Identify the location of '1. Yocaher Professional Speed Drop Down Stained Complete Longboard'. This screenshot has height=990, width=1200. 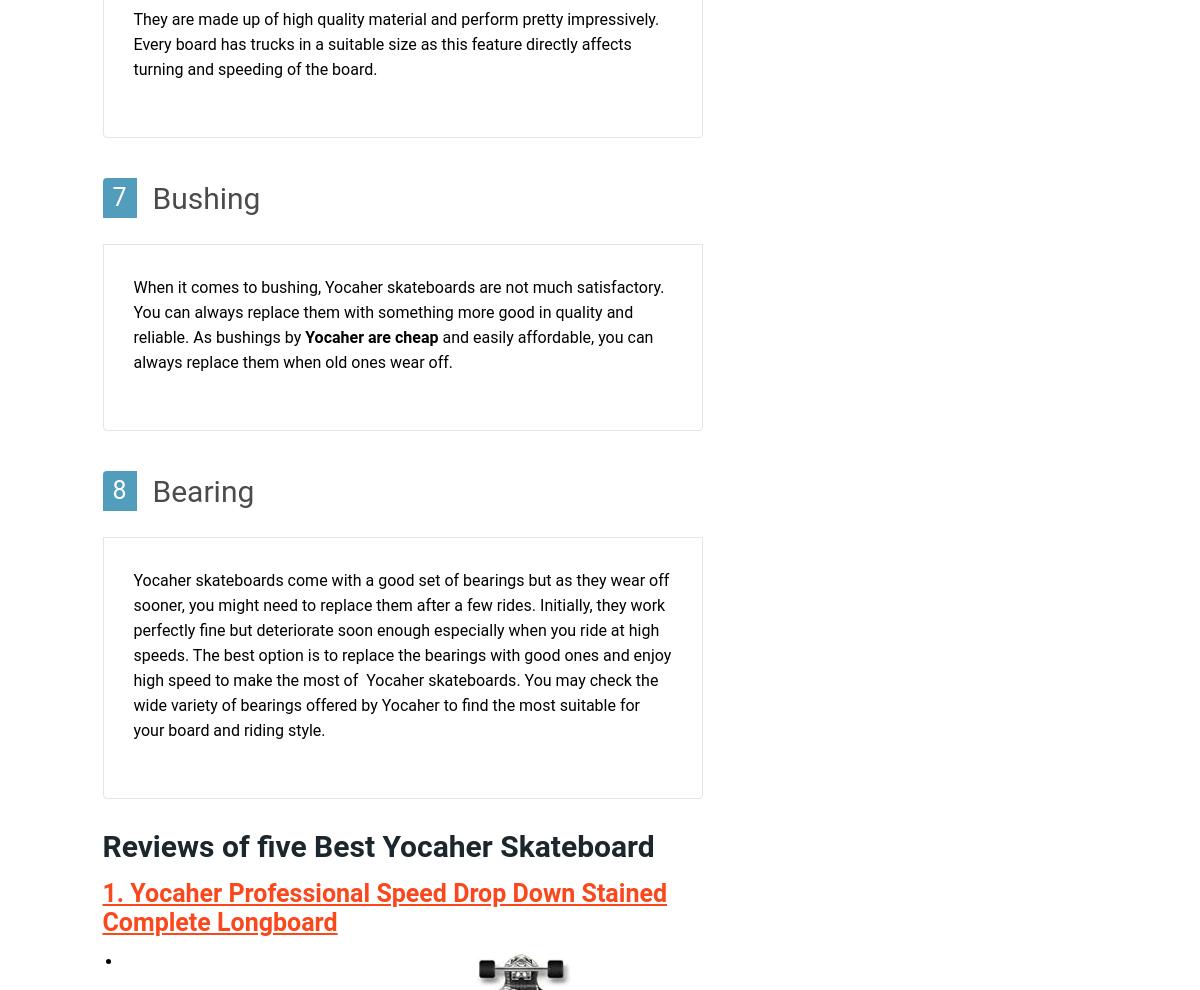
(384, 907).